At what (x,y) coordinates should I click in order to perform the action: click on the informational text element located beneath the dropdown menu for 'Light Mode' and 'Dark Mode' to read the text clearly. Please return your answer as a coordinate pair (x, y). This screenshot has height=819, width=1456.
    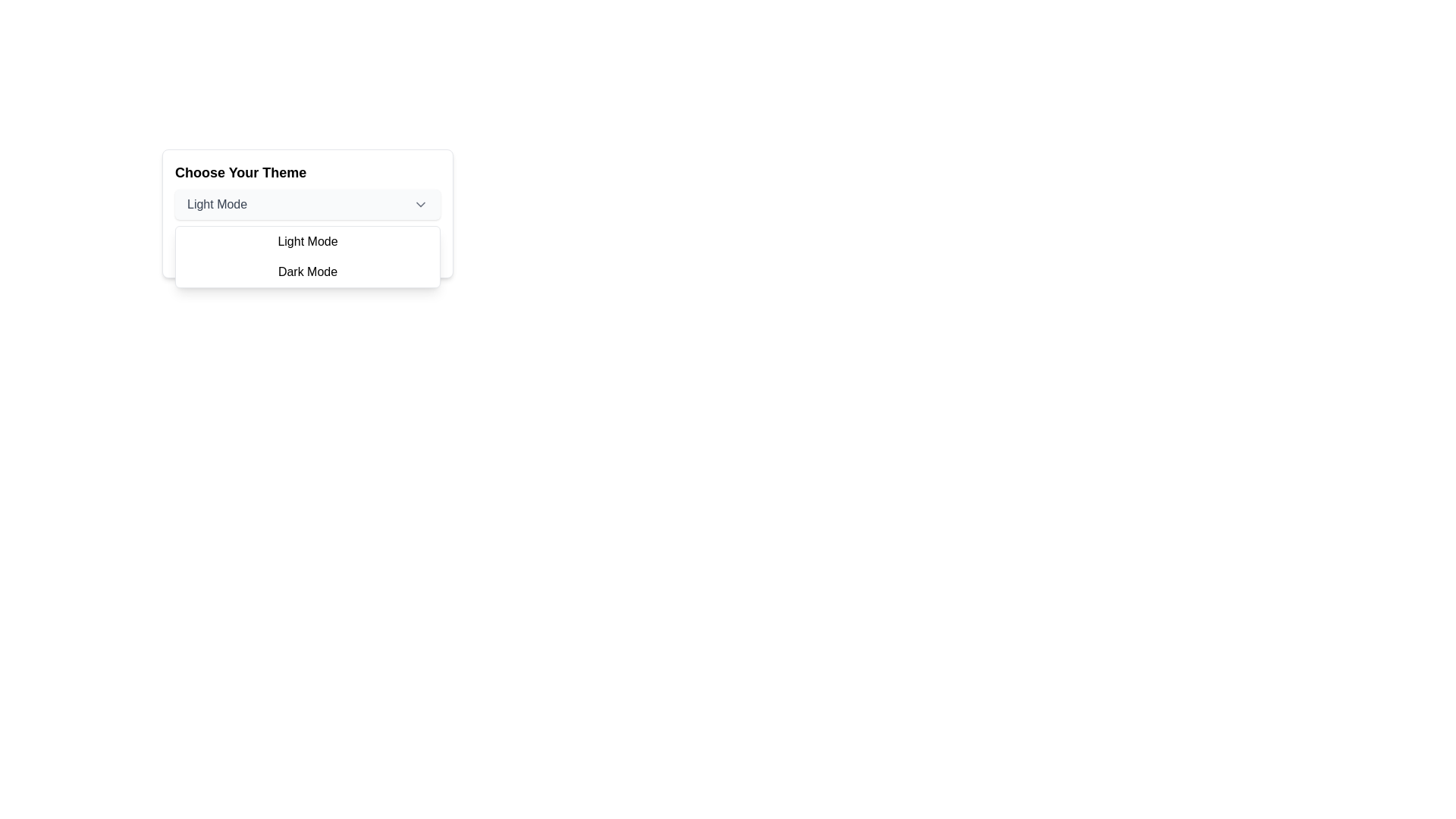
    Looking at the image, I should click on (307, 246).